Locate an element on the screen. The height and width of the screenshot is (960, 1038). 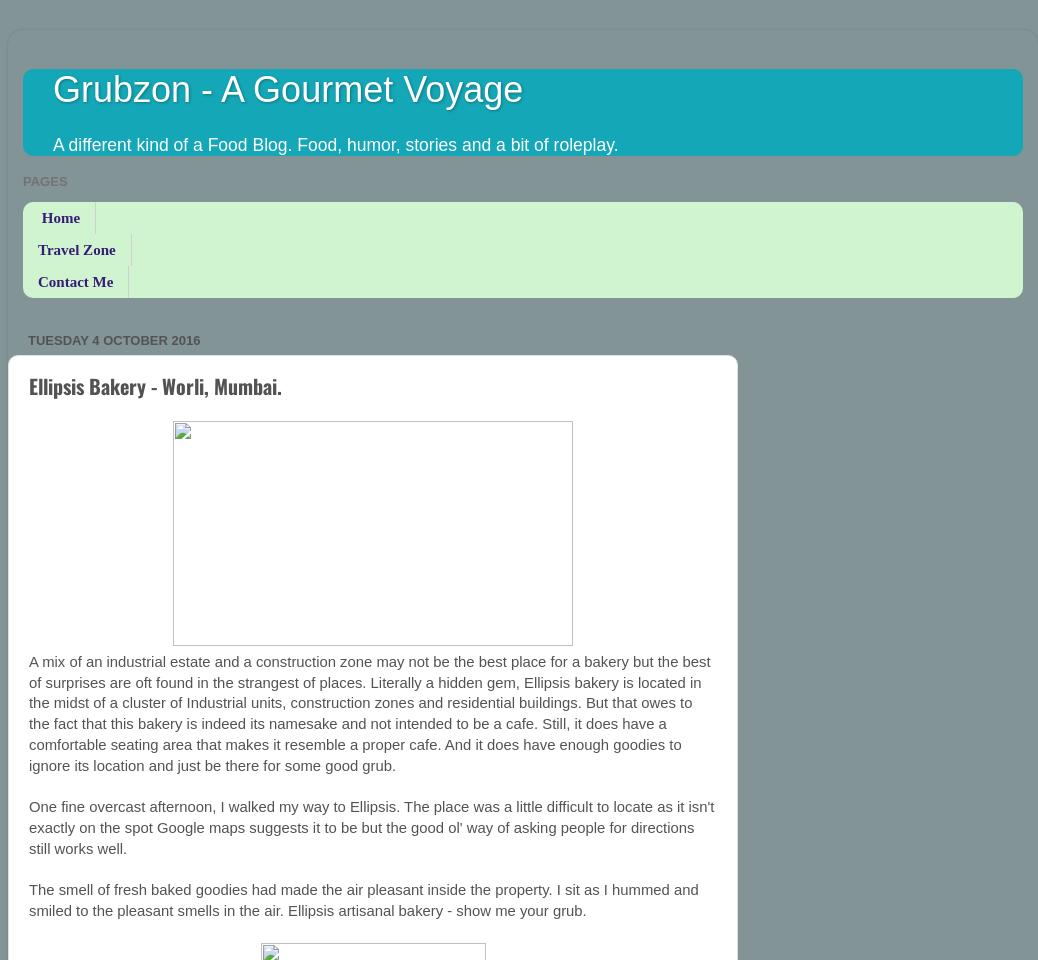
'Grubzon - A Gourmet Voyage' is located at coordinates (288, 89).